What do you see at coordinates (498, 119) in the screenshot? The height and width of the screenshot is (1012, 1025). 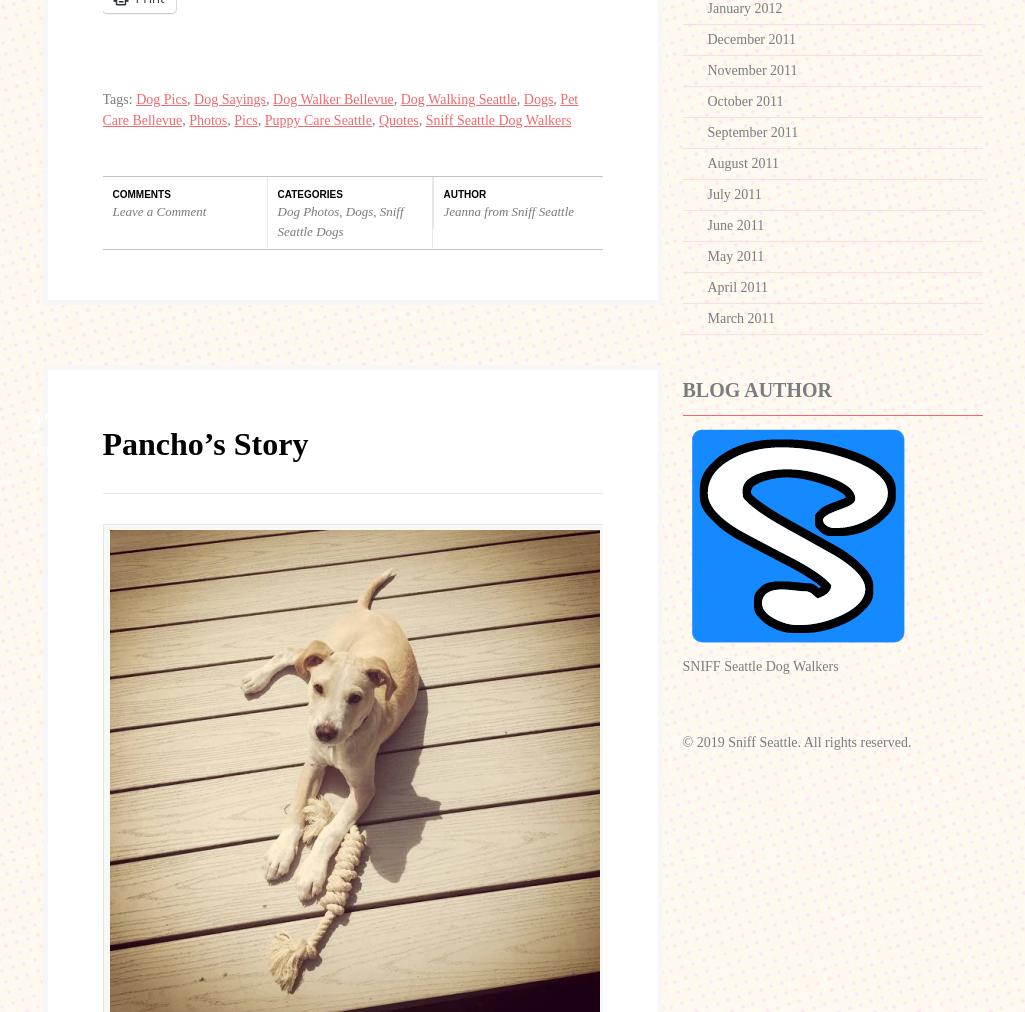 I see `'Sniff Seattle Dog Walkers'` at bounding box center [498, 119].